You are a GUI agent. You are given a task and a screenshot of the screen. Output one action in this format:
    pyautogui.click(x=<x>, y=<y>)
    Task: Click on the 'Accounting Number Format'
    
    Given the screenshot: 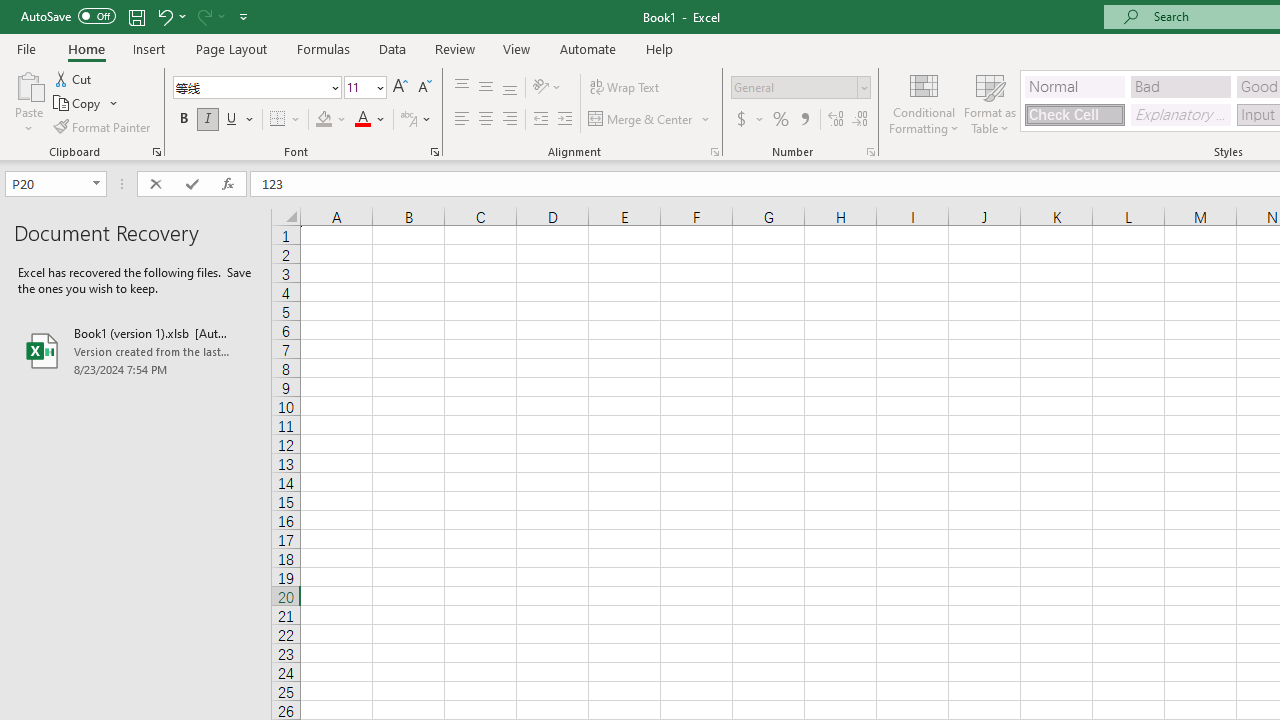 What is the action you would take?
    pyautogui.click(x=748, y=119)
    